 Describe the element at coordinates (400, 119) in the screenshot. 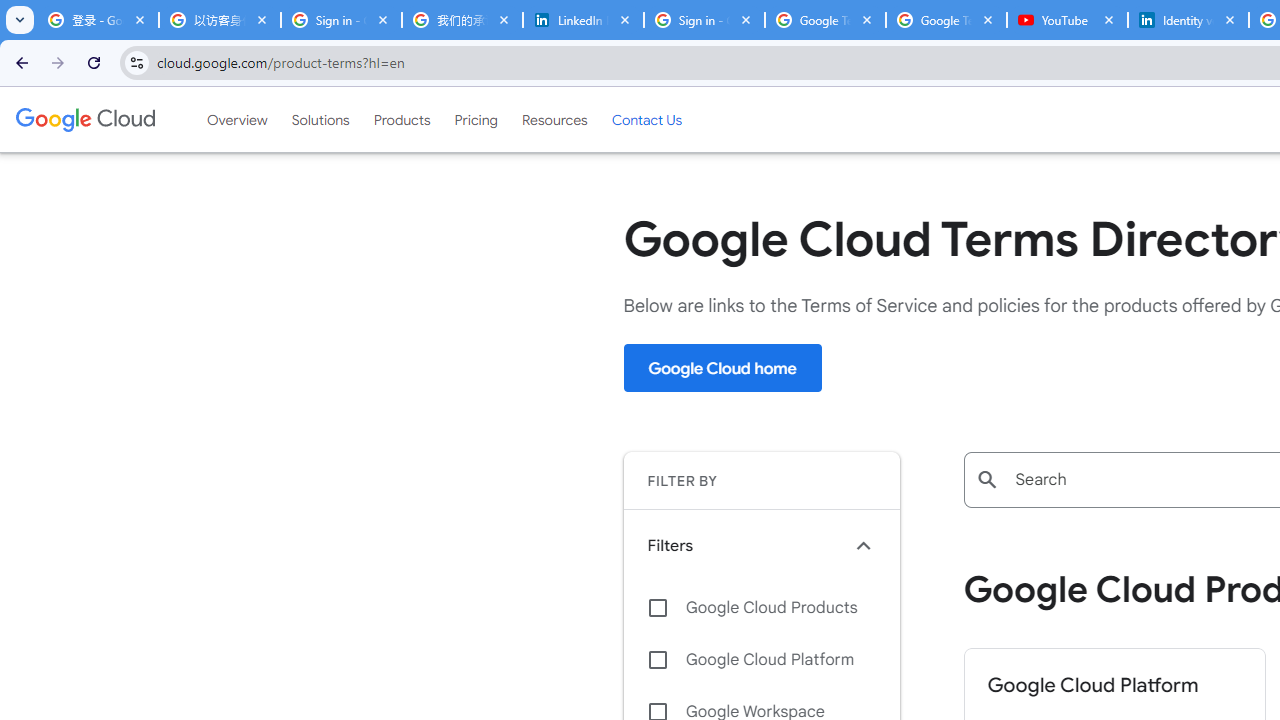

I see `'Products'` at that location.